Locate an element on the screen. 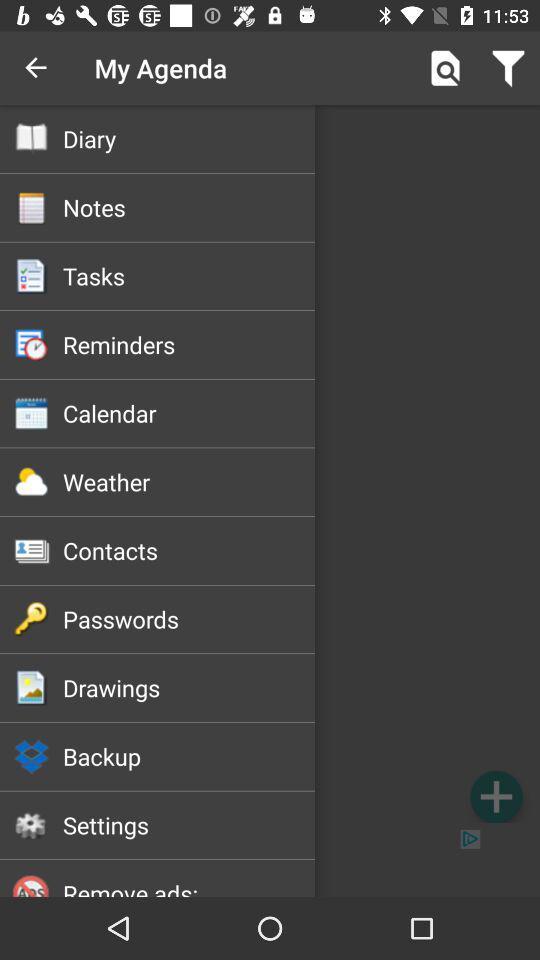 Image resolution: width=540 pixels, height=960 pixels. weather icon is located at coordinates (189, 481).